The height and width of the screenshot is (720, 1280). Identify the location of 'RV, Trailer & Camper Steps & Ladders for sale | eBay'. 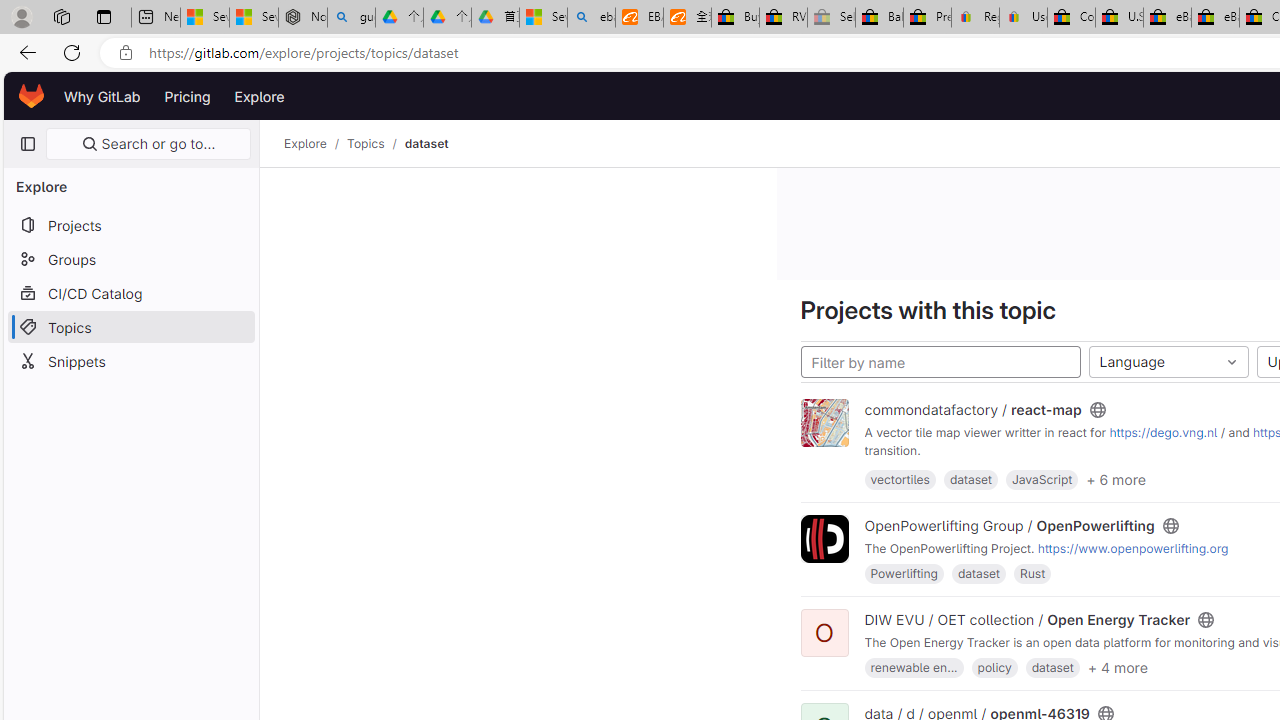
(783, 17).